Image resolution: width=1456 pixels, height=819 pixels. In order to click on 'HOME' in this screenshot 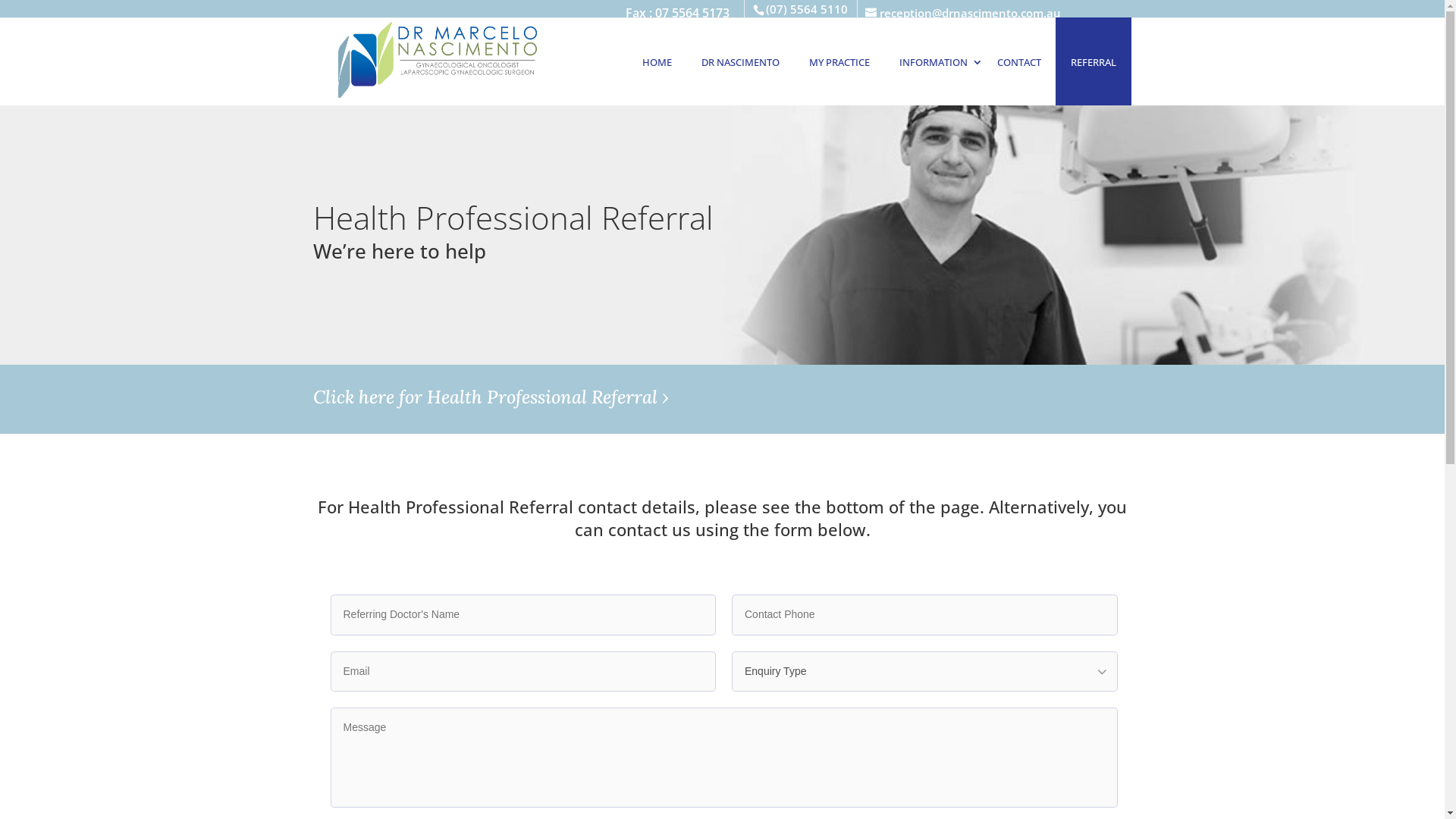, I will do `click(657, 61)`.